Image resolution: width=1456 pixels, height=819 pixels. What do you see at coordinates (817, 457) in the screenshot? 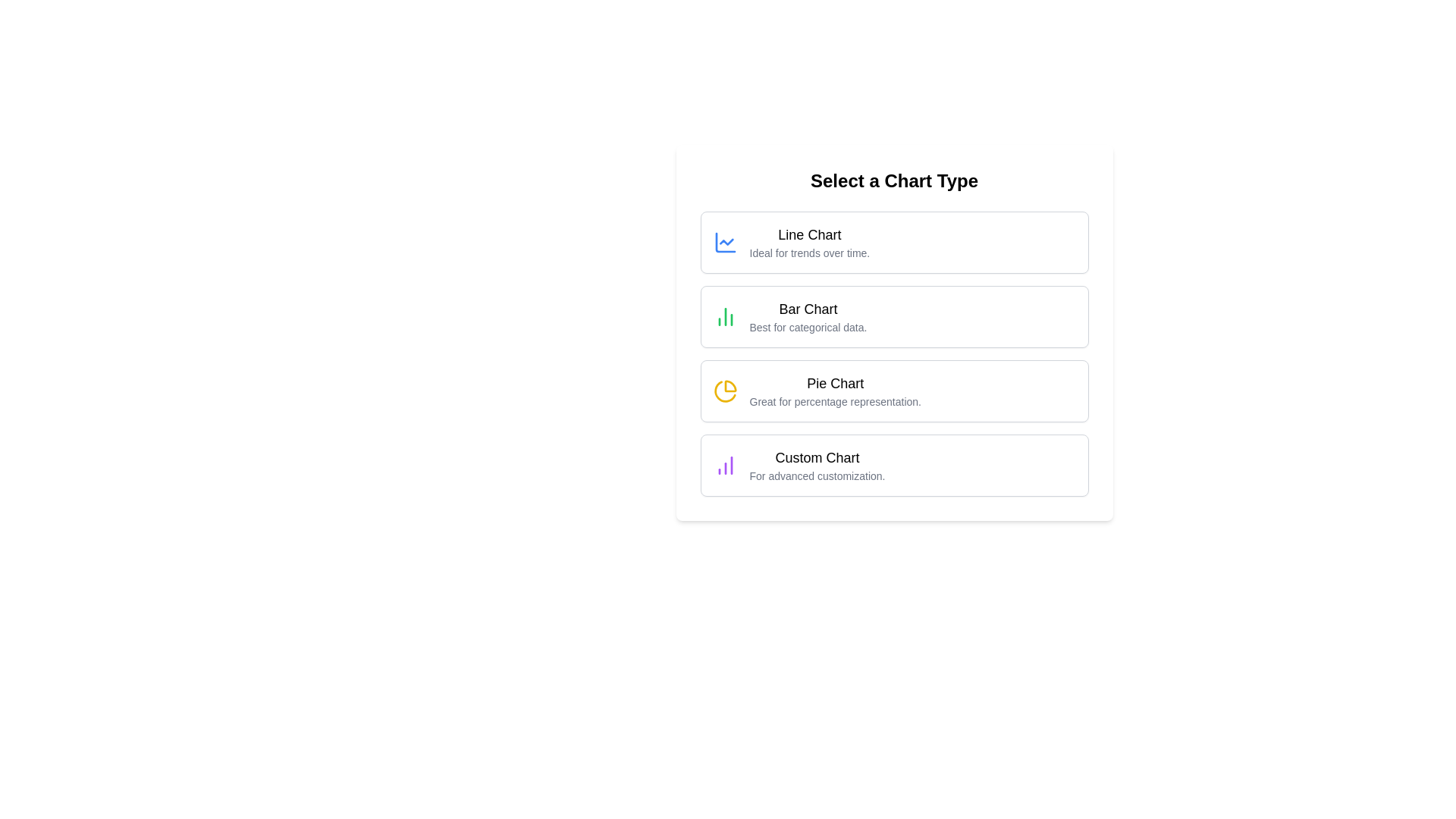
I see `text label that serves as the title for the 'Custom Chart' option within the chart selection menu, located above the description 'For advanced customization.'` at bounding box center [817, 457].